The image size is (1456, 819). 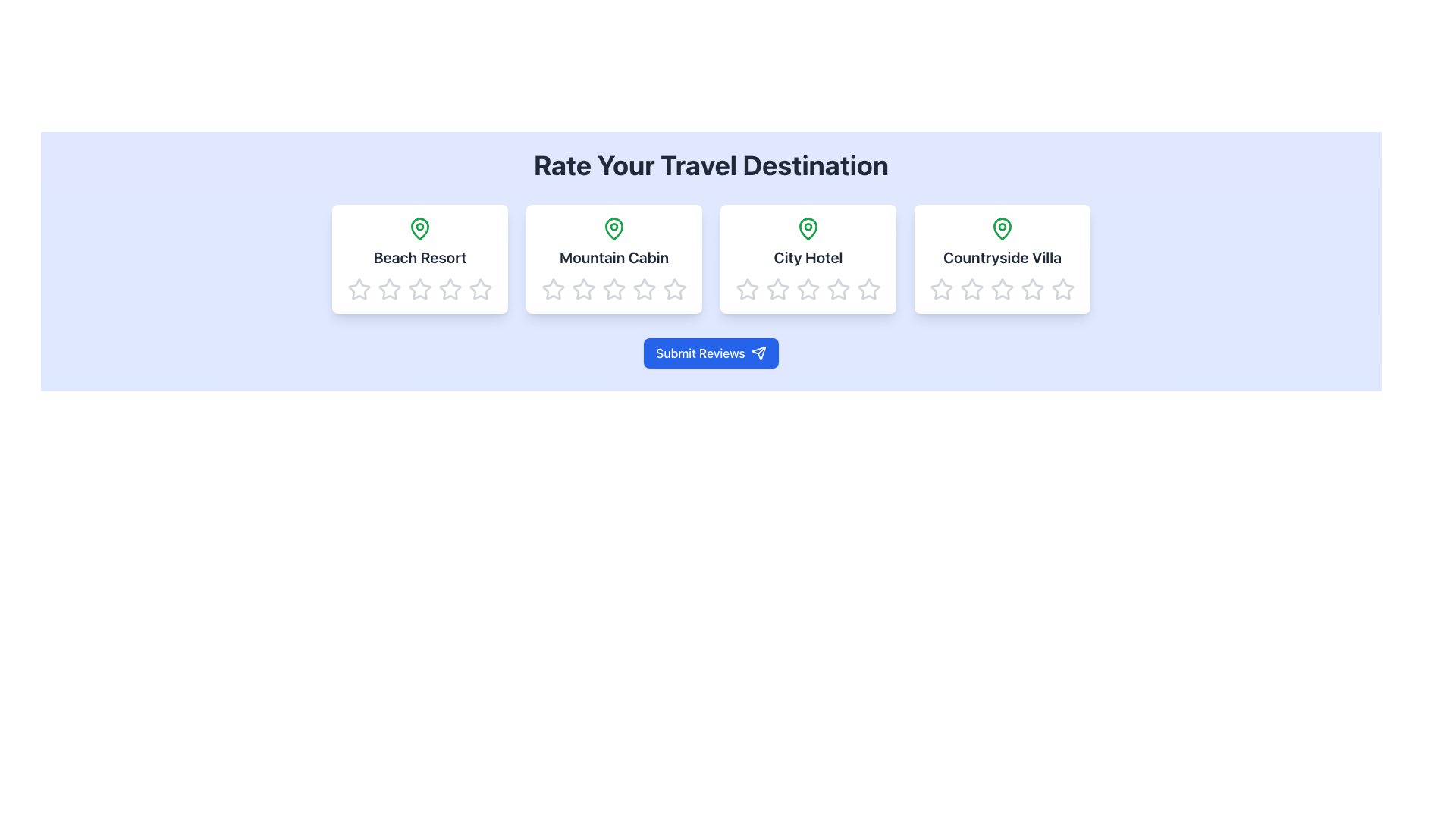 I want to click on the first rating star icon under the 'Countryside Villa' section, so click(x=941, y=289).